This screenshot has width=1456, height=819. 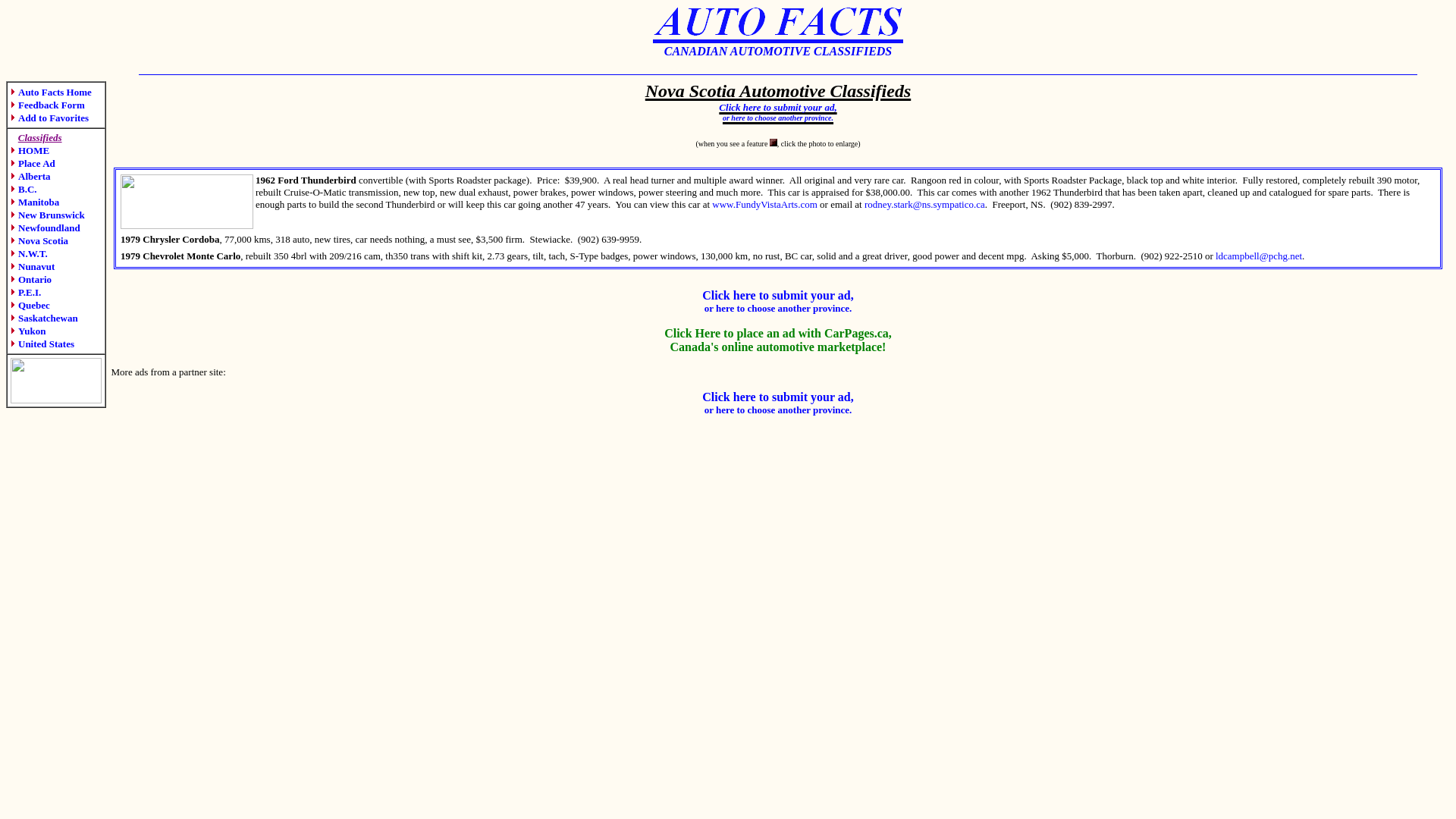 I want to click on 'New Brunswick', so click(x=47, y=215).